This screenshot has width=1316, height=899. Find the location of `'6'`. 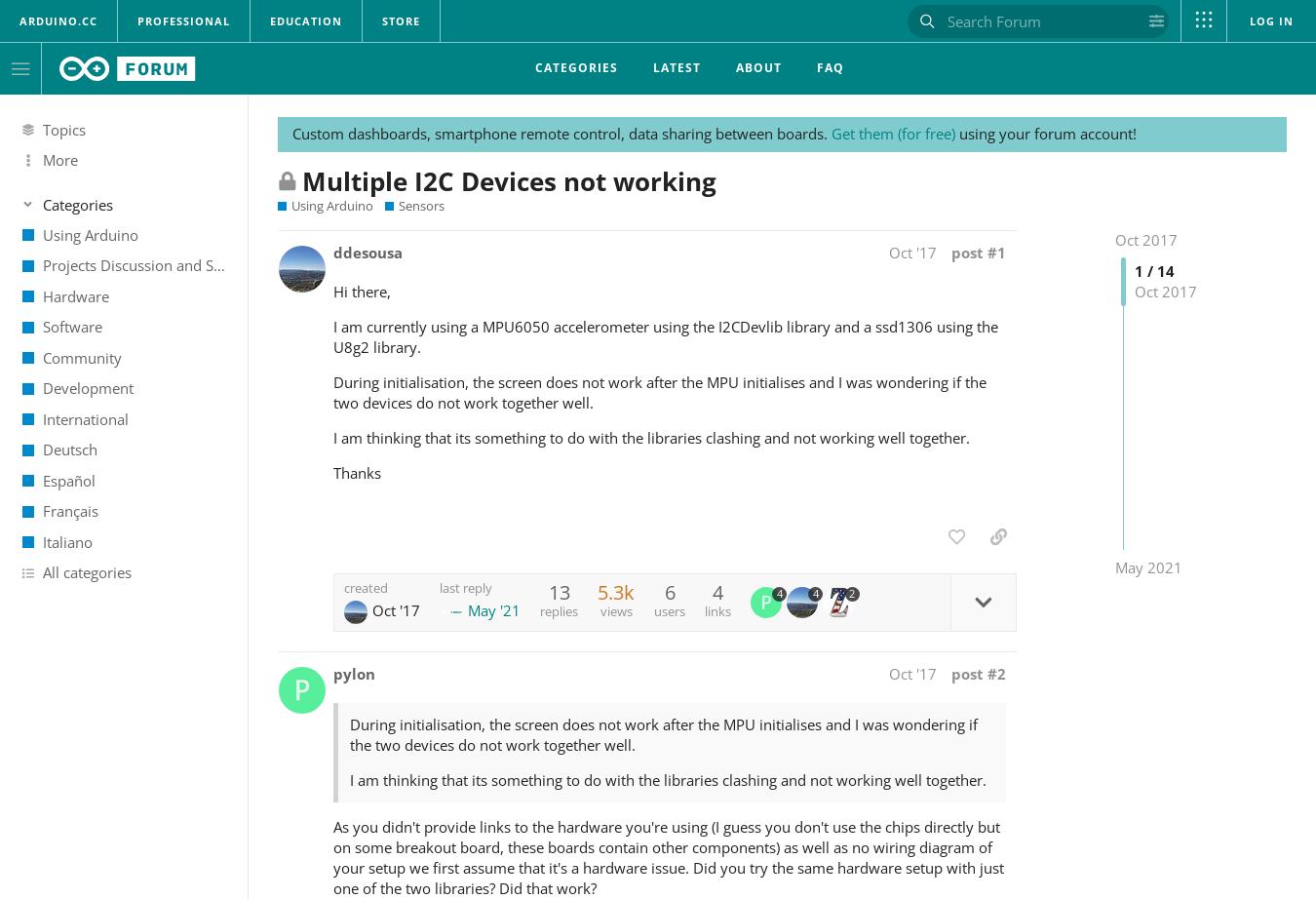

'6' is located at coordinates (668, 591).